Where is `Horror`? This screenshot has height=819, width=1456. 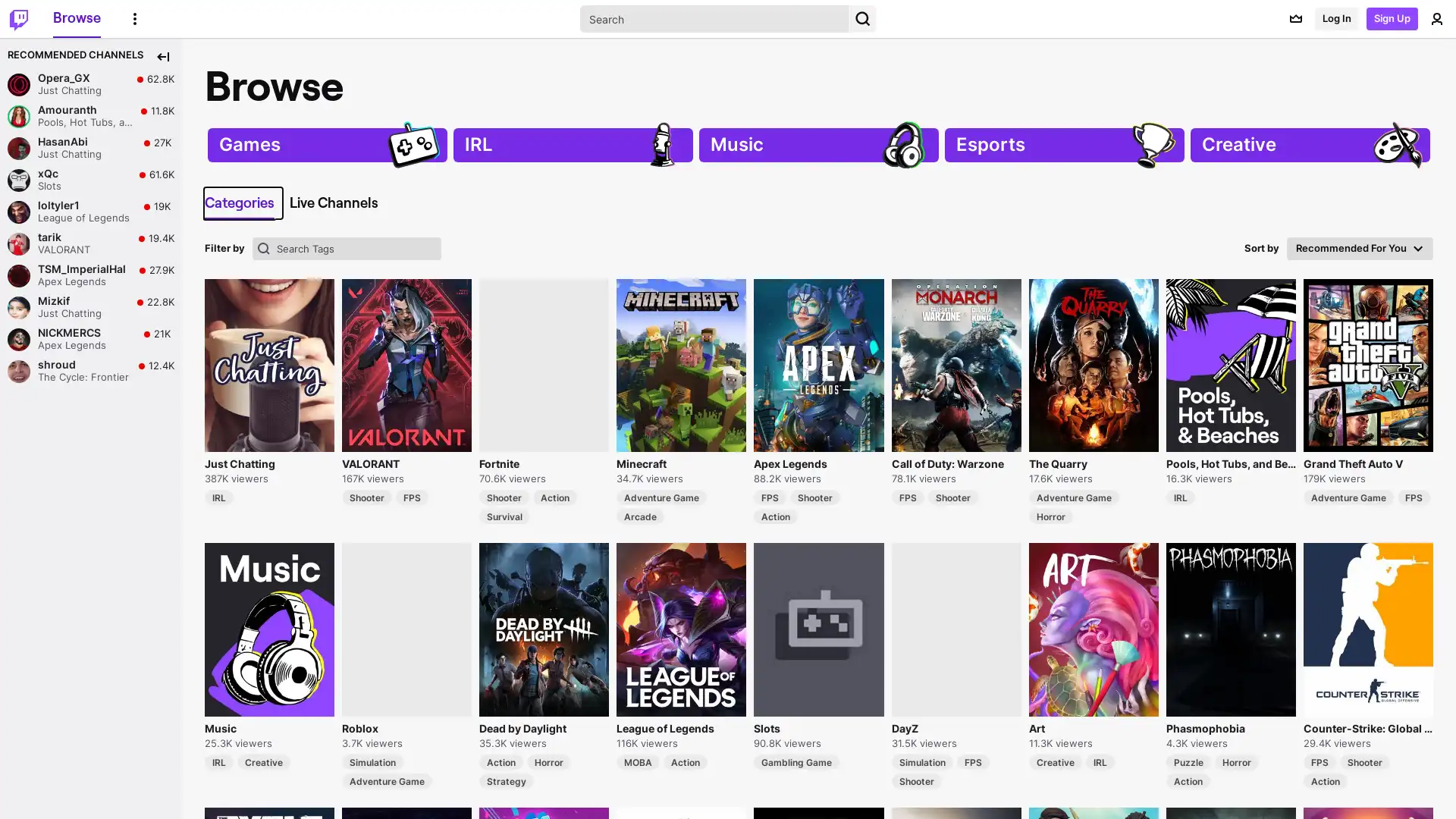
Horror is located at coordinates (1050, 516).